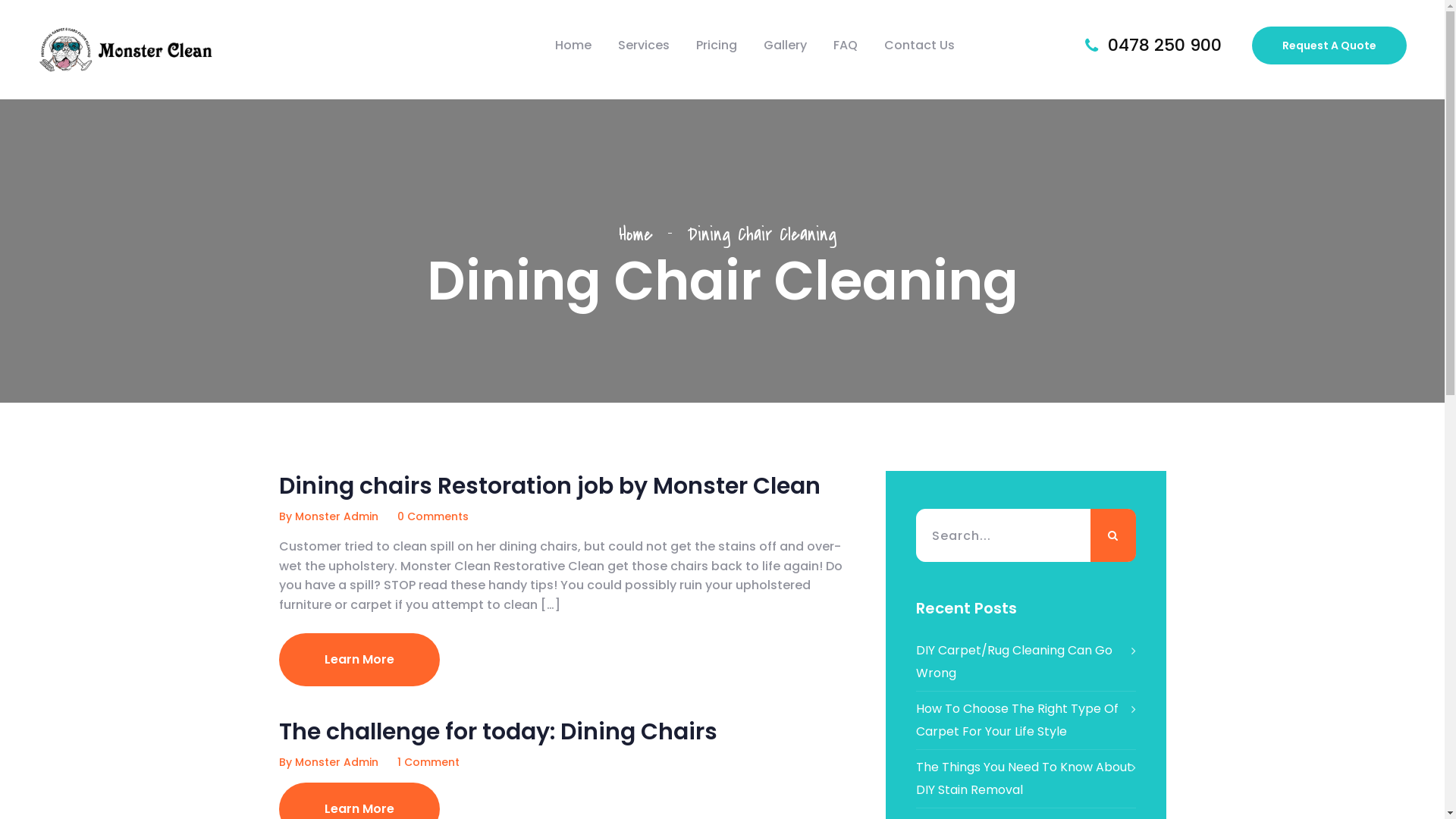  I want to click on 'How To Choose The Right Type Of Carpet For Your Life Style', so click(1026, 719).